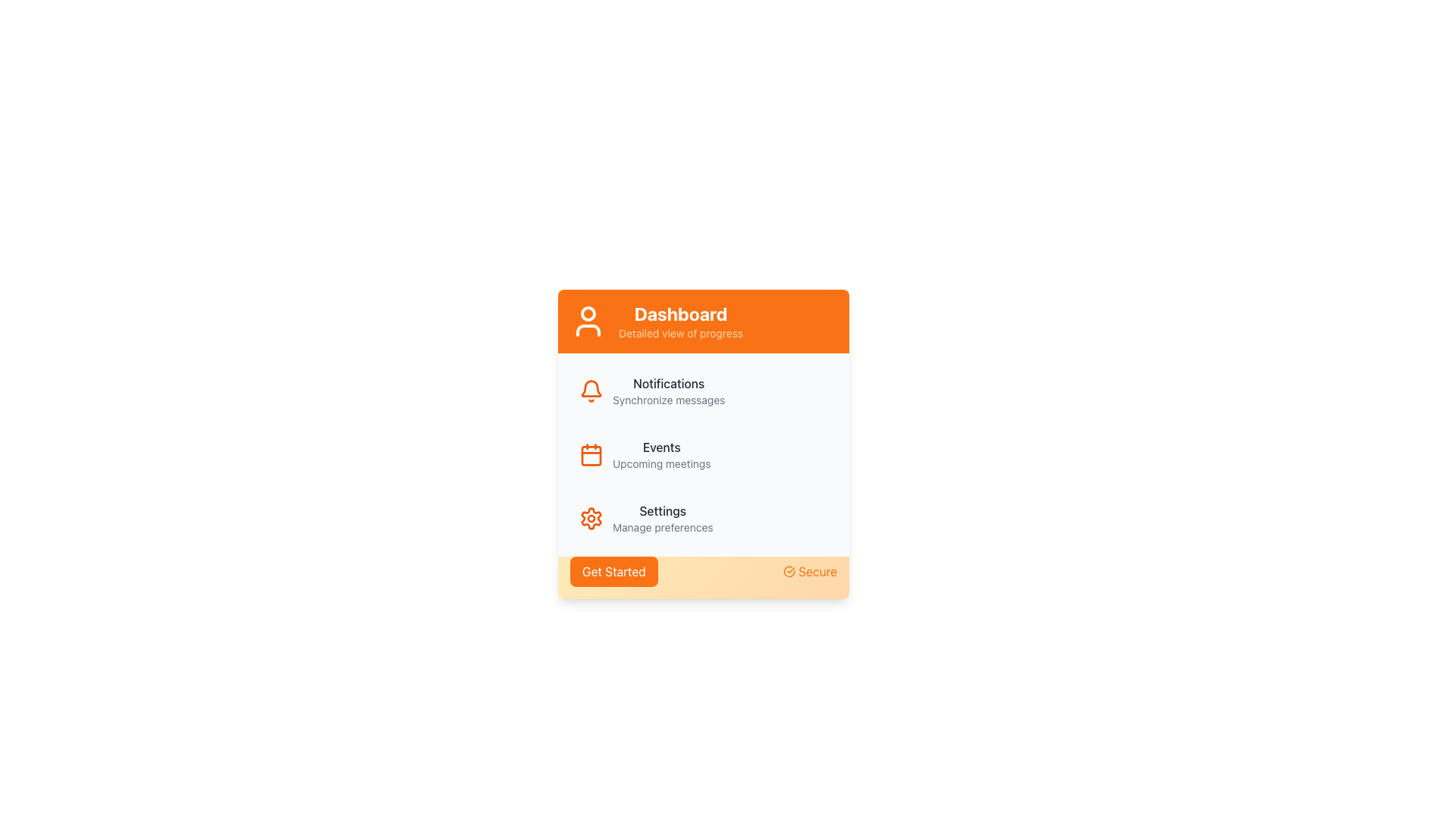  Describe the element at coordinates (679, 321) in the screenshot. I see `the 'Dashboard' header text component located within the small orange banner at the top of the card interface, adjacent to the user silhouette icon` at that location.